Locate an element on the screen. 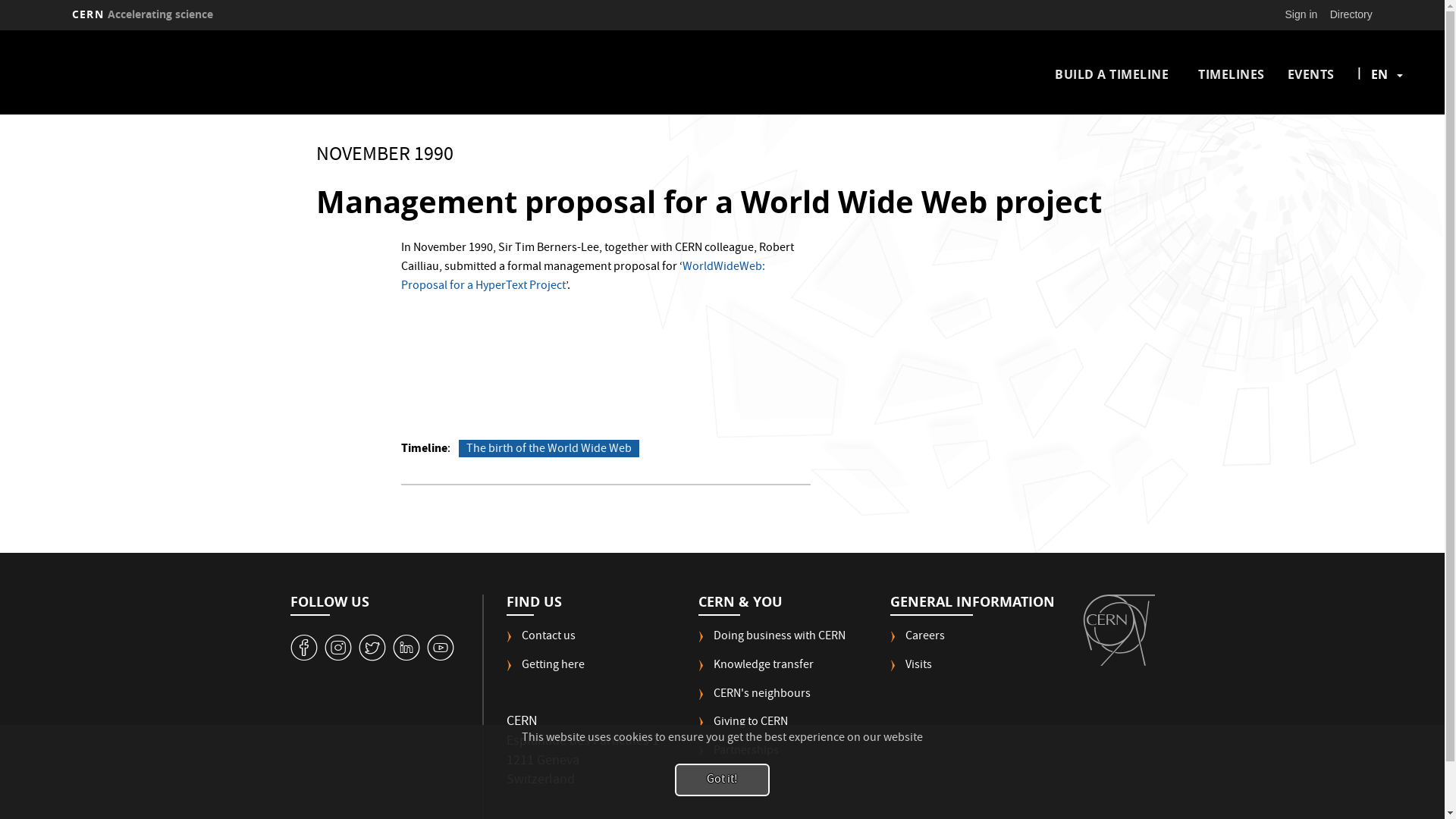 The image size is (1456, 819). 'TIMELINES' is located at coordinates (1231, 74).